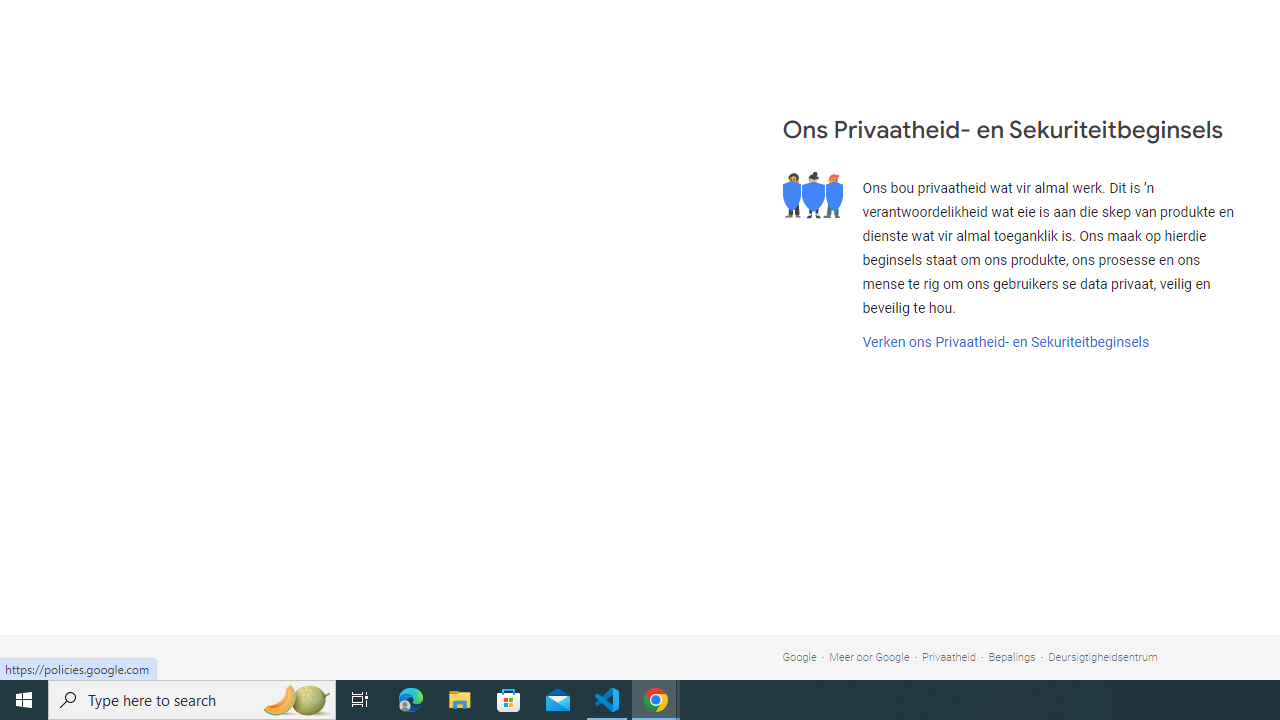 The height and width of the screenshot is (720, 1280). Describe the element at coordinates (1102, 657) in the screenshot. I see `'Deursigtigheidsentrum'` at that location.